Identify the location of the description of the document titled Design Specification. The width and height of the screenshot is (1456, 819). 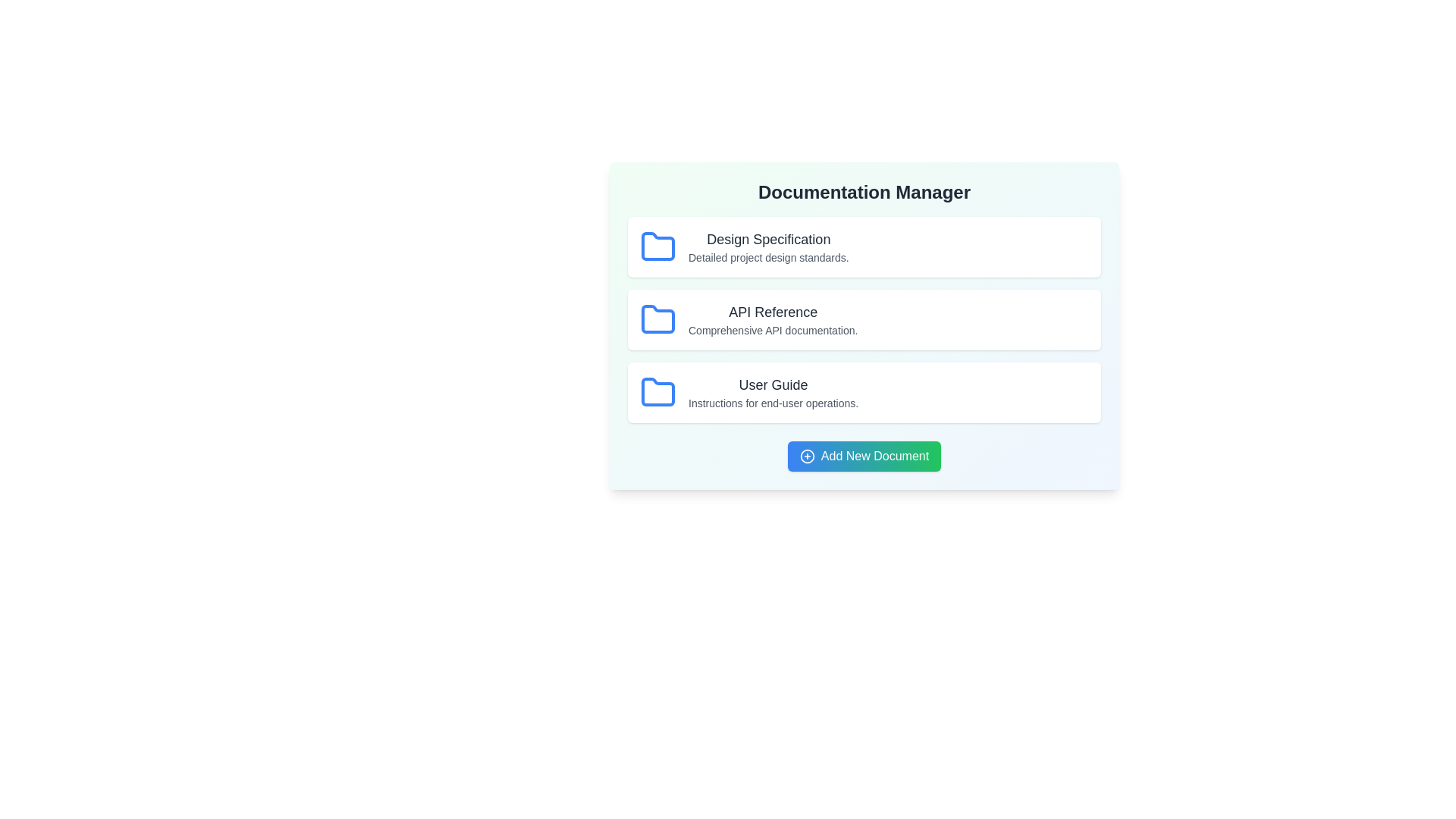
(768, 256).